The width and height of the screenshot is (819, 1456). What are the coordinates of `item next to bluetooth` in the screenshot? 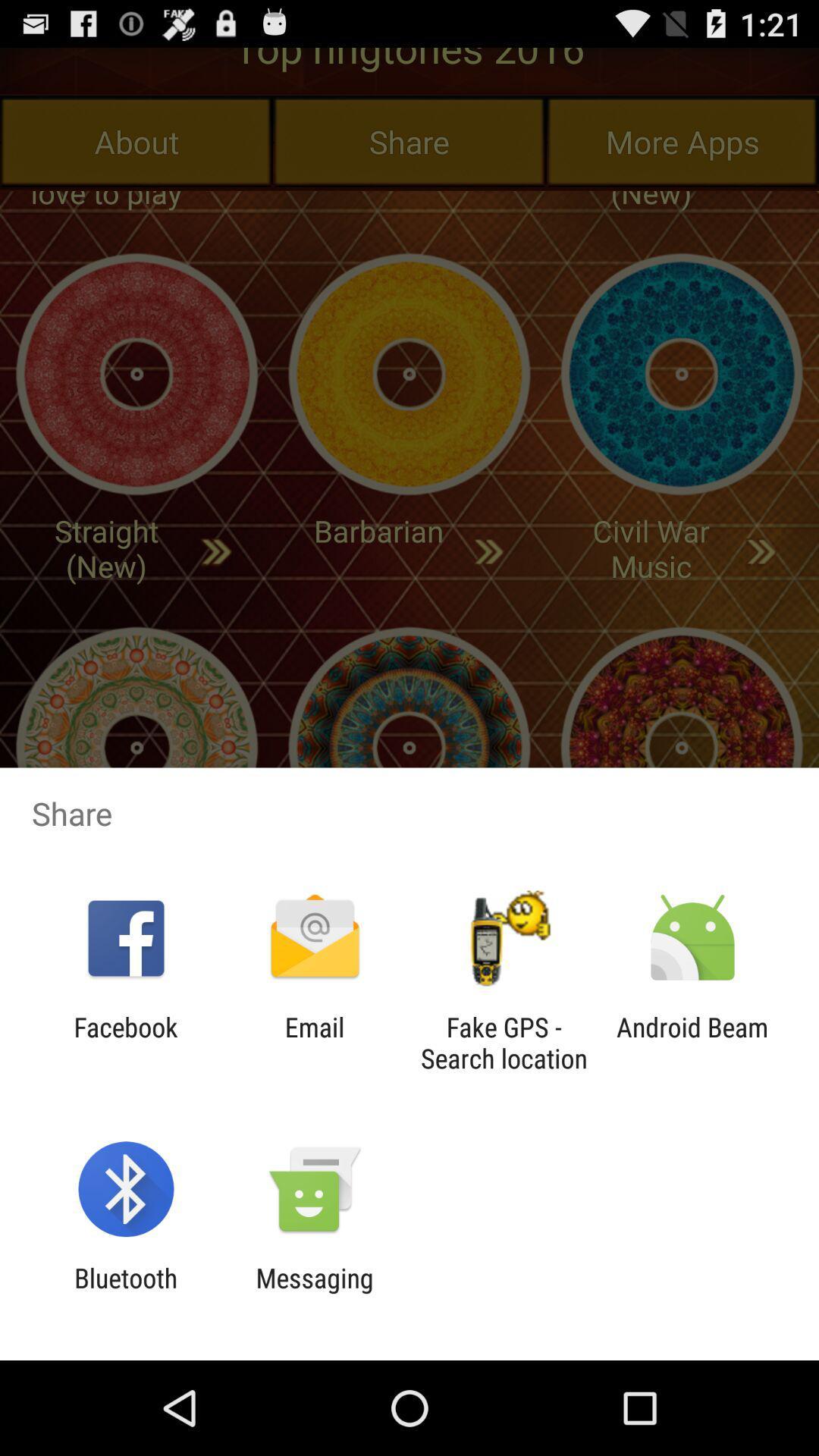 It's located at (314, 1293).